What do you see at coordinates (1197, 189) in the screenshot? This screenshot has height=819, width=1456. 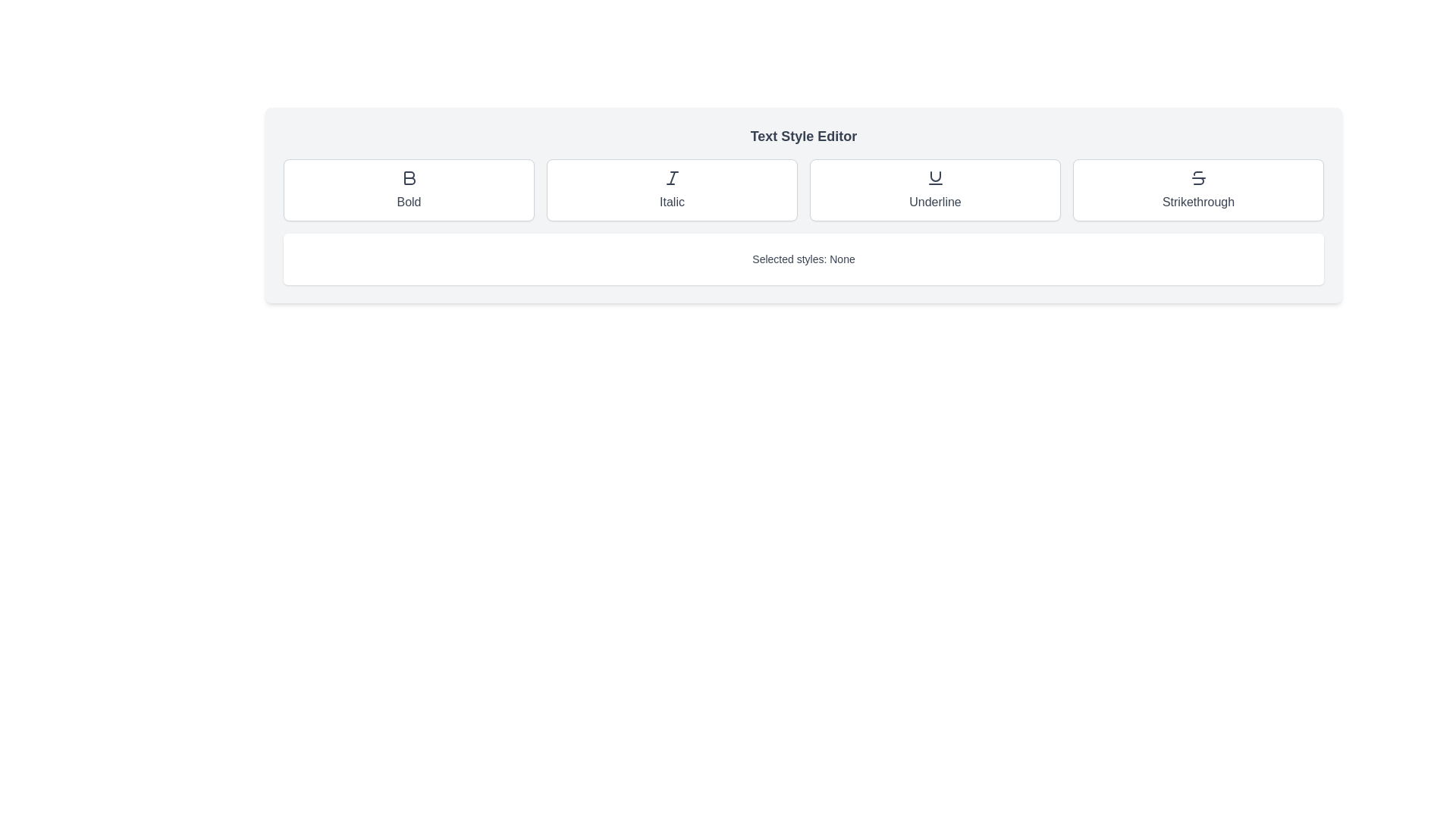 I see `the fourth button in the grid of text formatting options` at bounding box center [1197, 189].